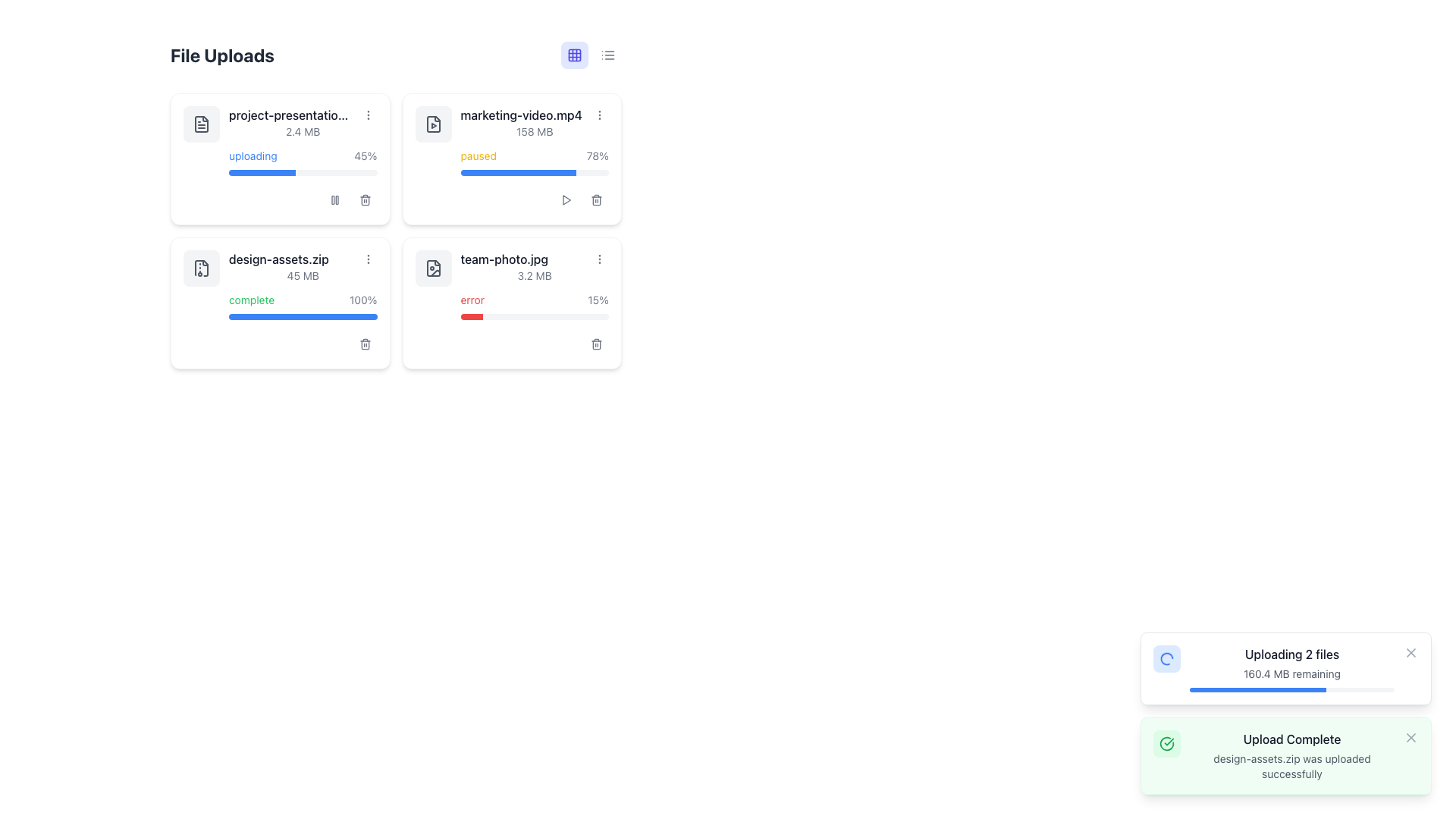  Describe the element at coordinates (566, 199) in the screenshot. I see `the triangular play button icon located` at that location.